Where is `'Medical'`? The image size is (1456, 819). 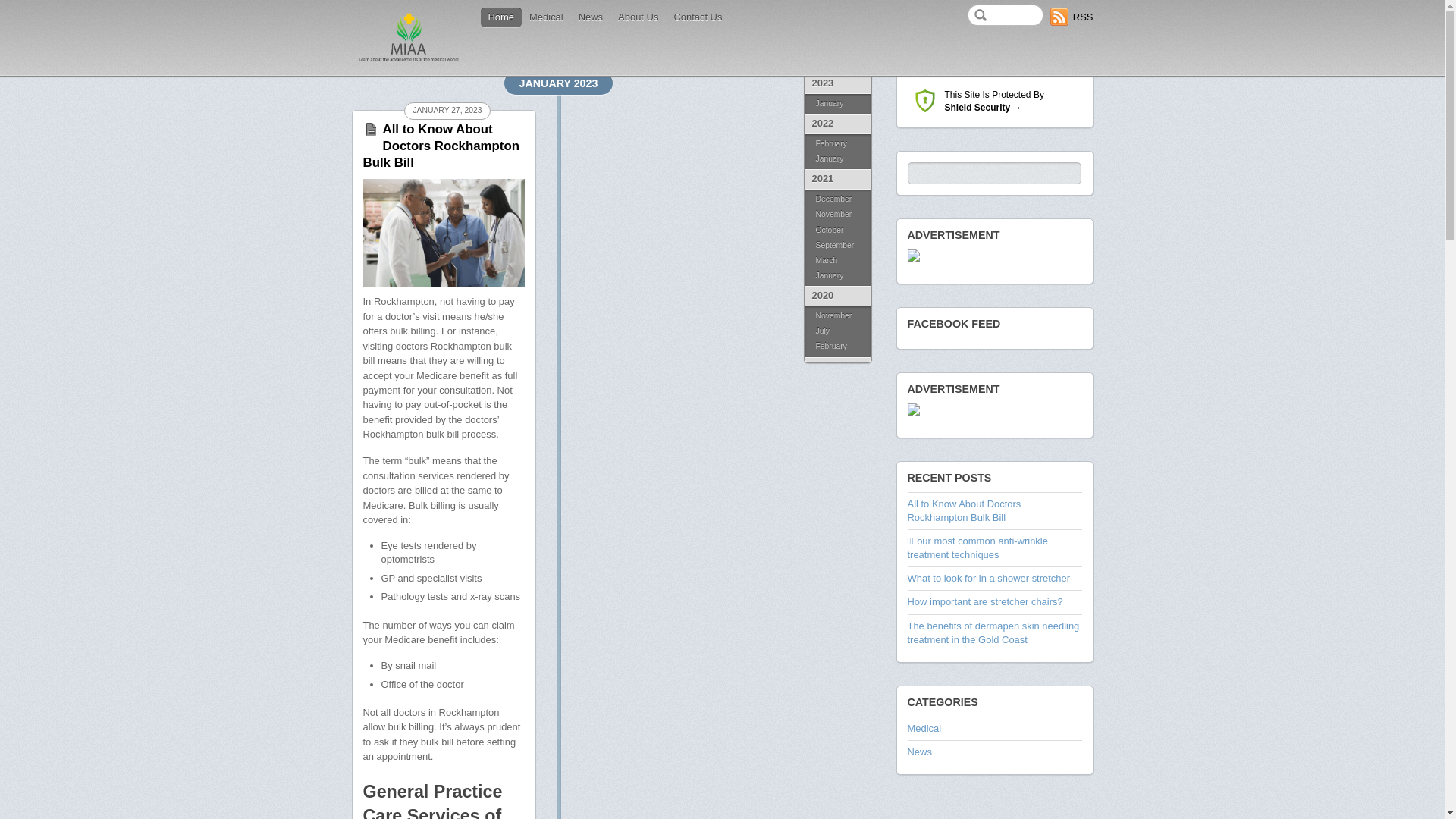 'Medical' is located at coordinates (923, 727).